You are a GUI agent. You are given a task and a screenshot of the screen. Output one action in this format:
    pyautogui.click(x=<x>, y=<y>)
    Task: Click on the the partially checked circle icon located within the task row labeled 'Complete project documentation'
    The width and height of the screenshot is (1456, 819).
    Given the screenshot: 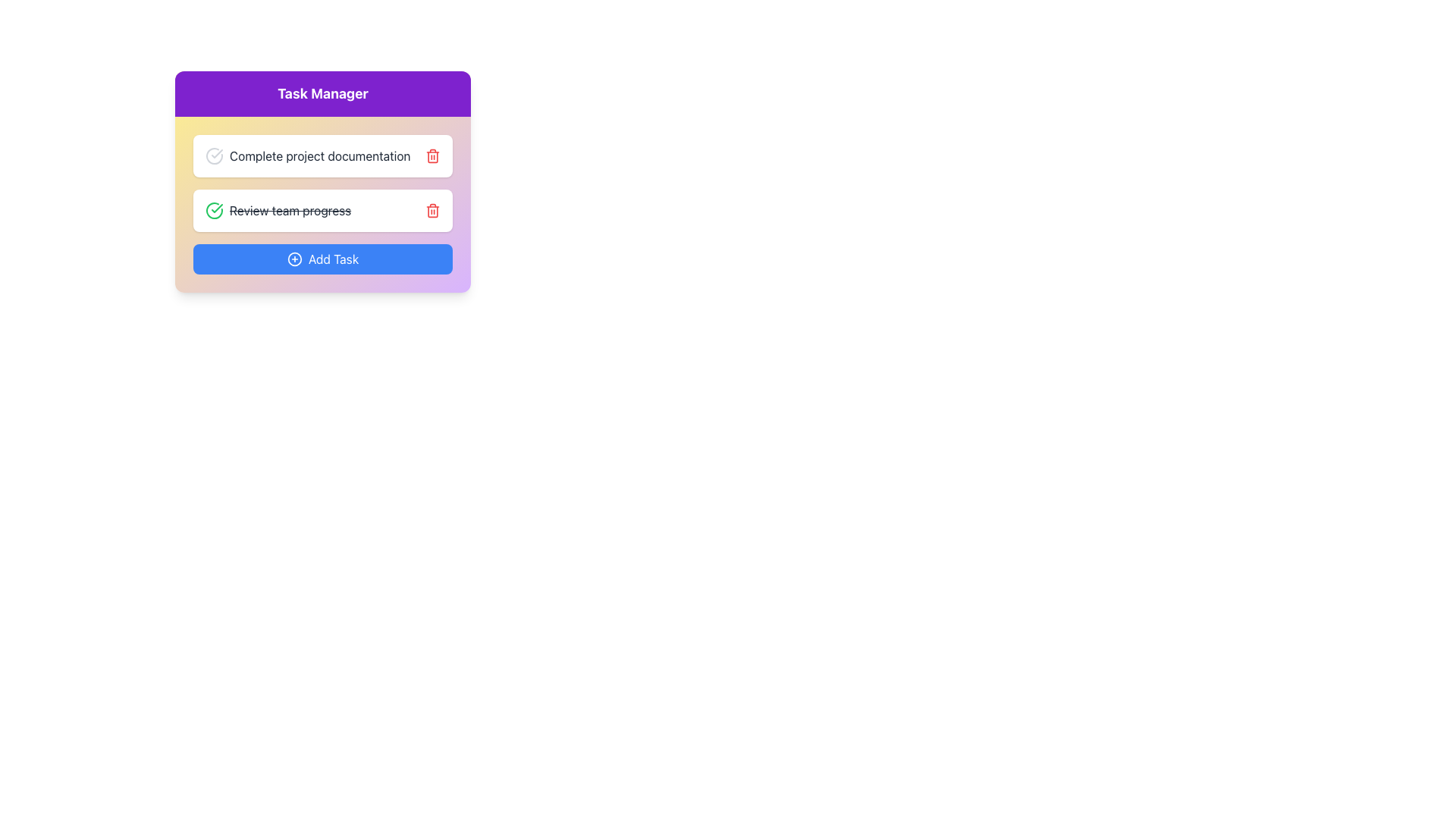 What is the action you would take?
    pyautogui.click(x=214, y=155)
    